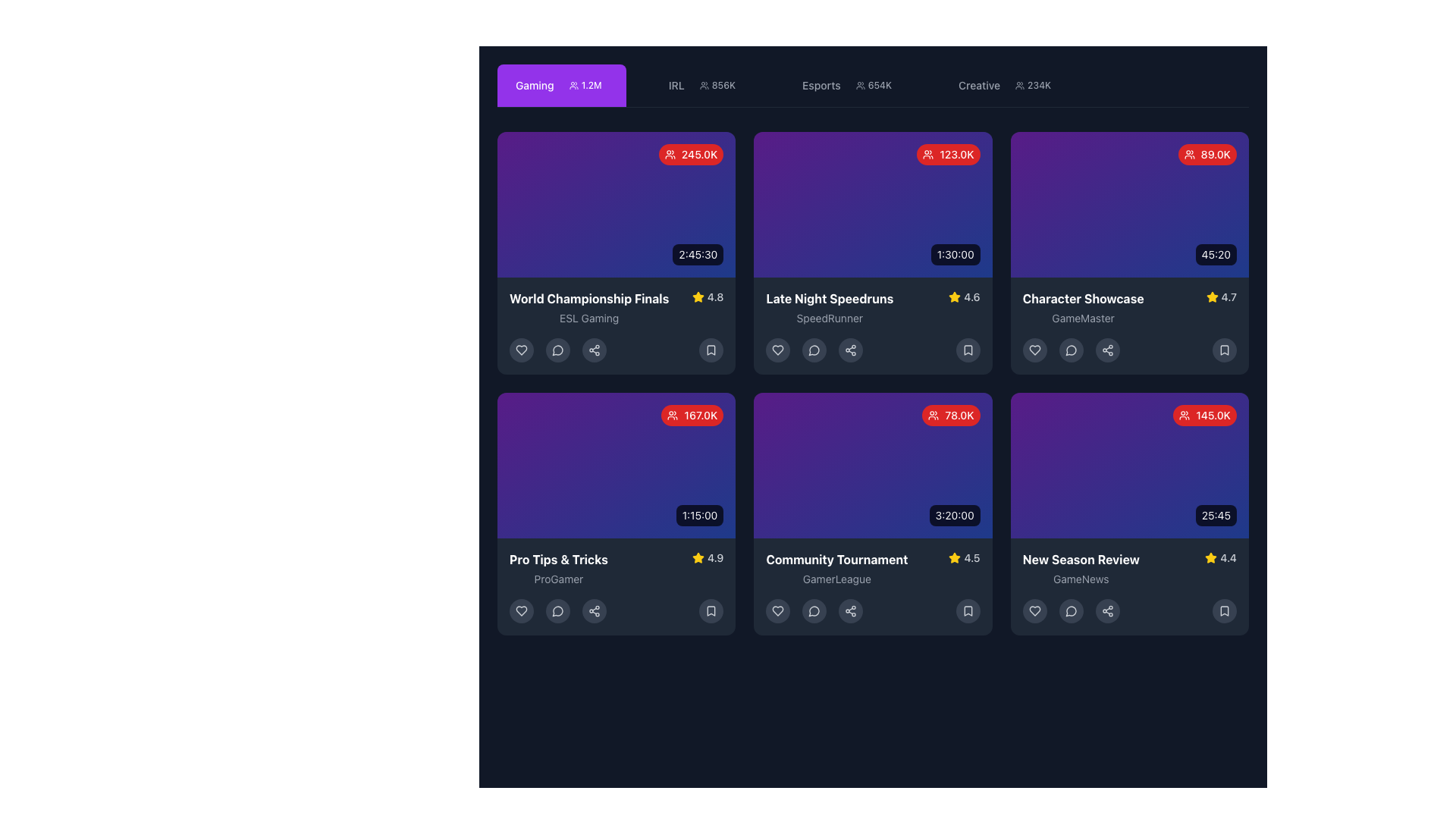 This screenshot has height=819, width=1456. What do you see at coordinates (573, 85) in the screenshot?
I see `the small user group icon within the rounded purple background tab labeled '1.2M' in the 'Gaming' section` at bounding box center [573, 85].